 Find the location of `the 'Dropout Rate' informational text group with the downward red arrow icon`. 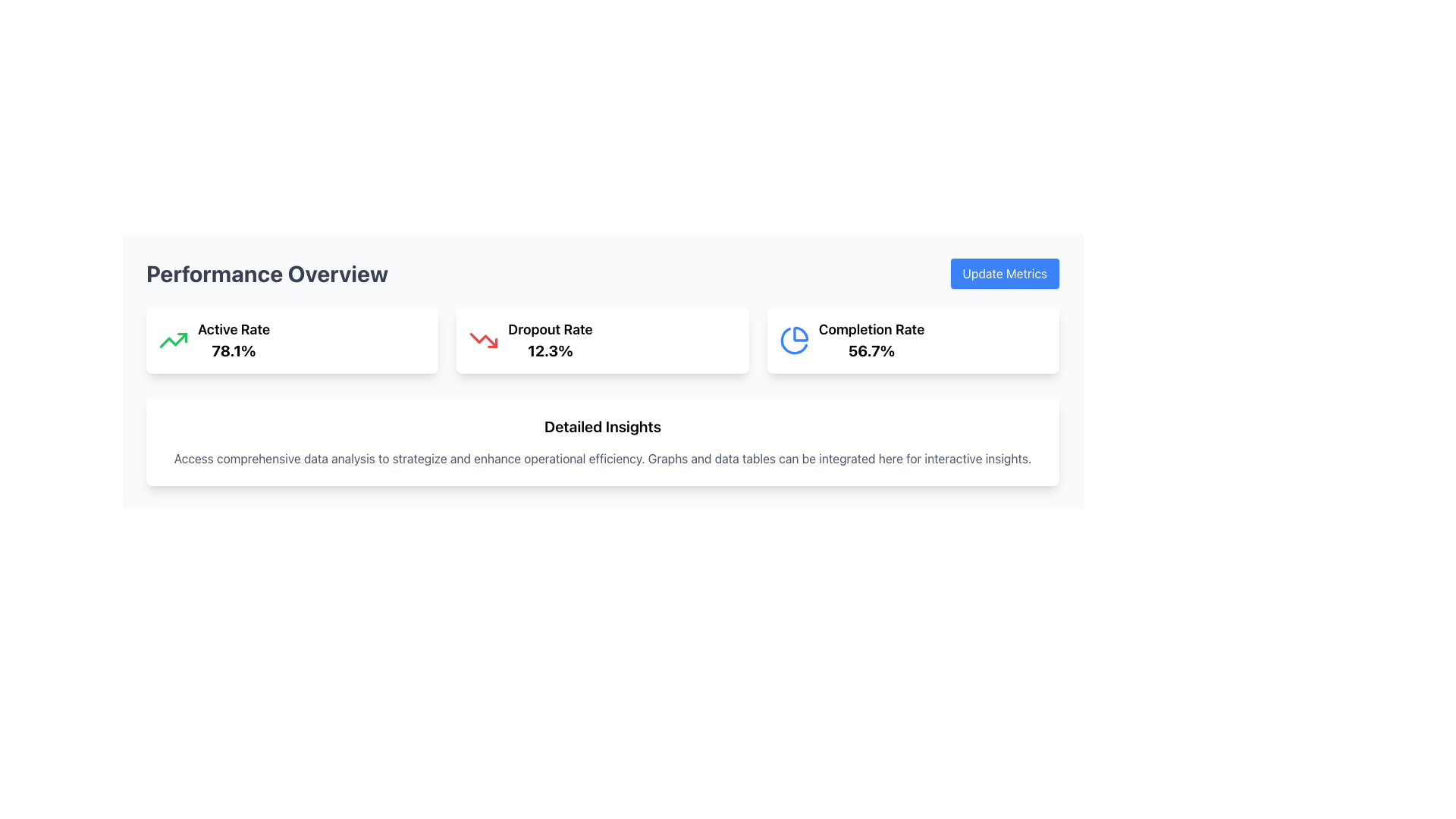

the 'Dropout Rate' informational text group with the downward red arrow icon is located at coordinates (531, 339).